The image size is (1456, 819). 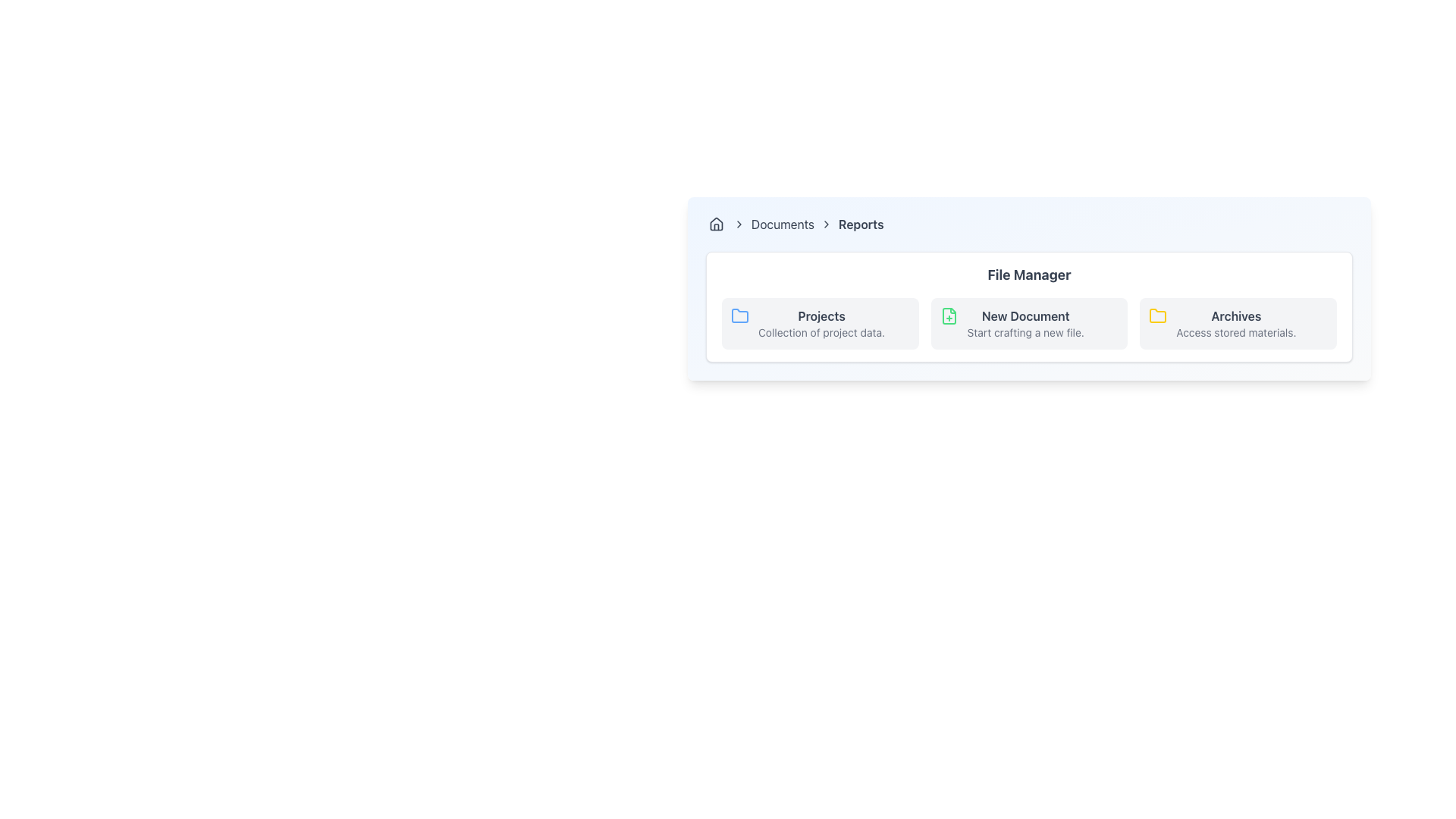 What do you see at coordinates (739, 315) in the screenshot?
I see `the icon that visually indicates the category related to projects, located to the left of the labels 'Projects' and 'Collection of project data.'` at bounding box center [739, 315].